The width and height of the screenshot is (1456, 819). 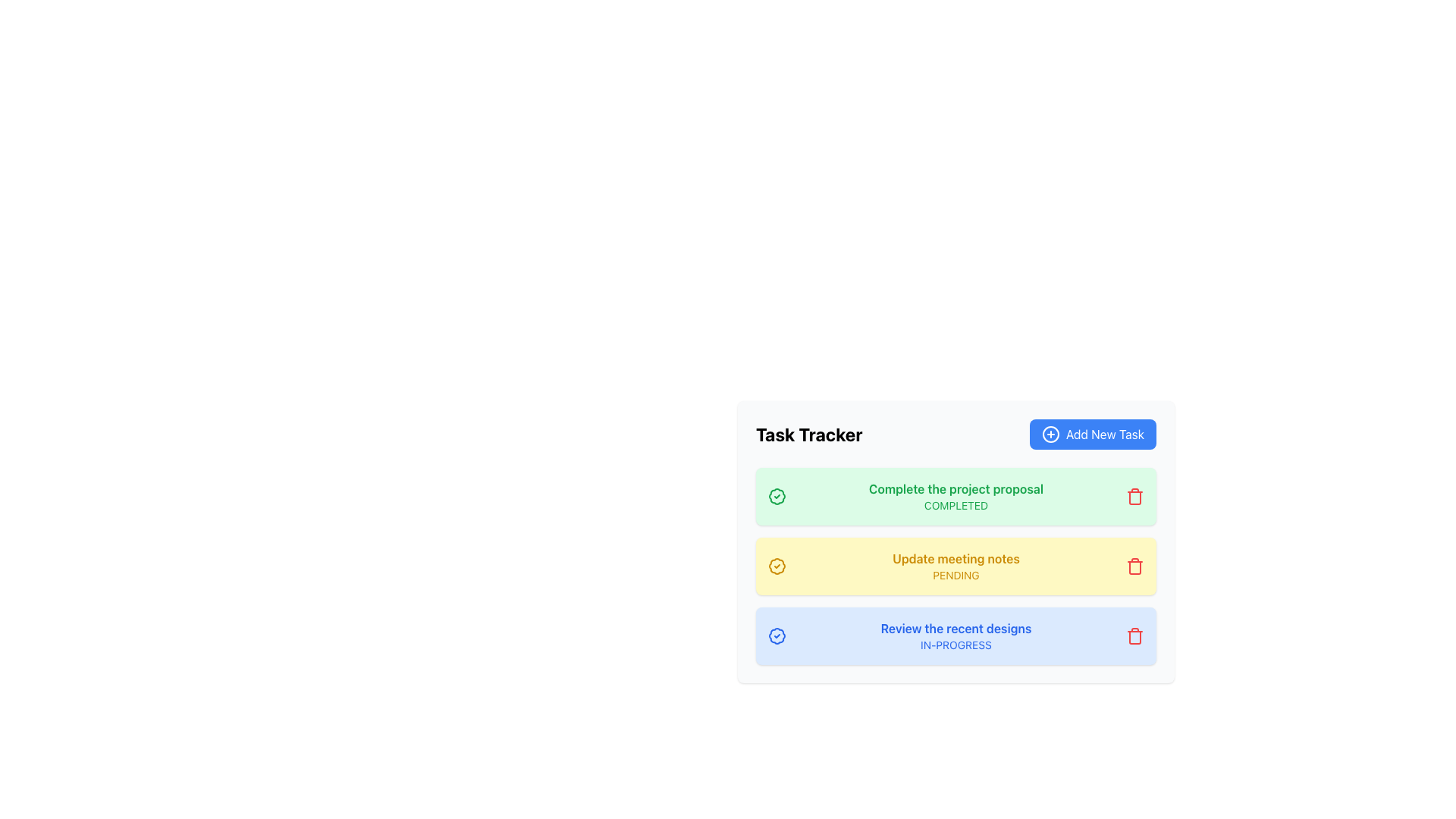 I want to click on the red trash icon located at the top right corner of the 'Complete the project proposal' task card, so click(x=1135, y=497).